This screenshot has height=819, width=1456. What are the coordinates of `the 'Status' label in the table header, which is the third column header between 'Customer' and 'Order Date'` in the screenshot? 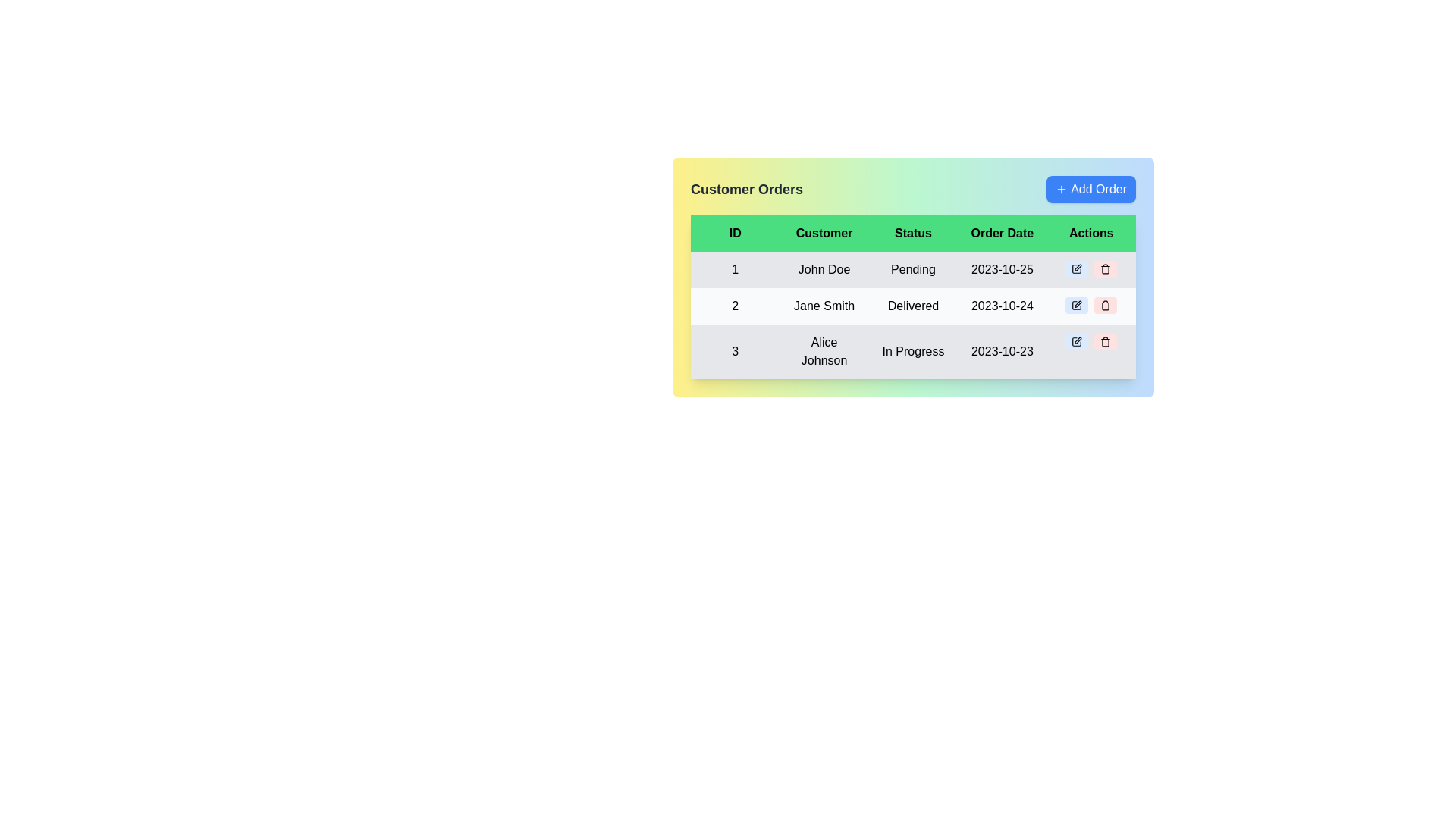 It's located at (912, 234).